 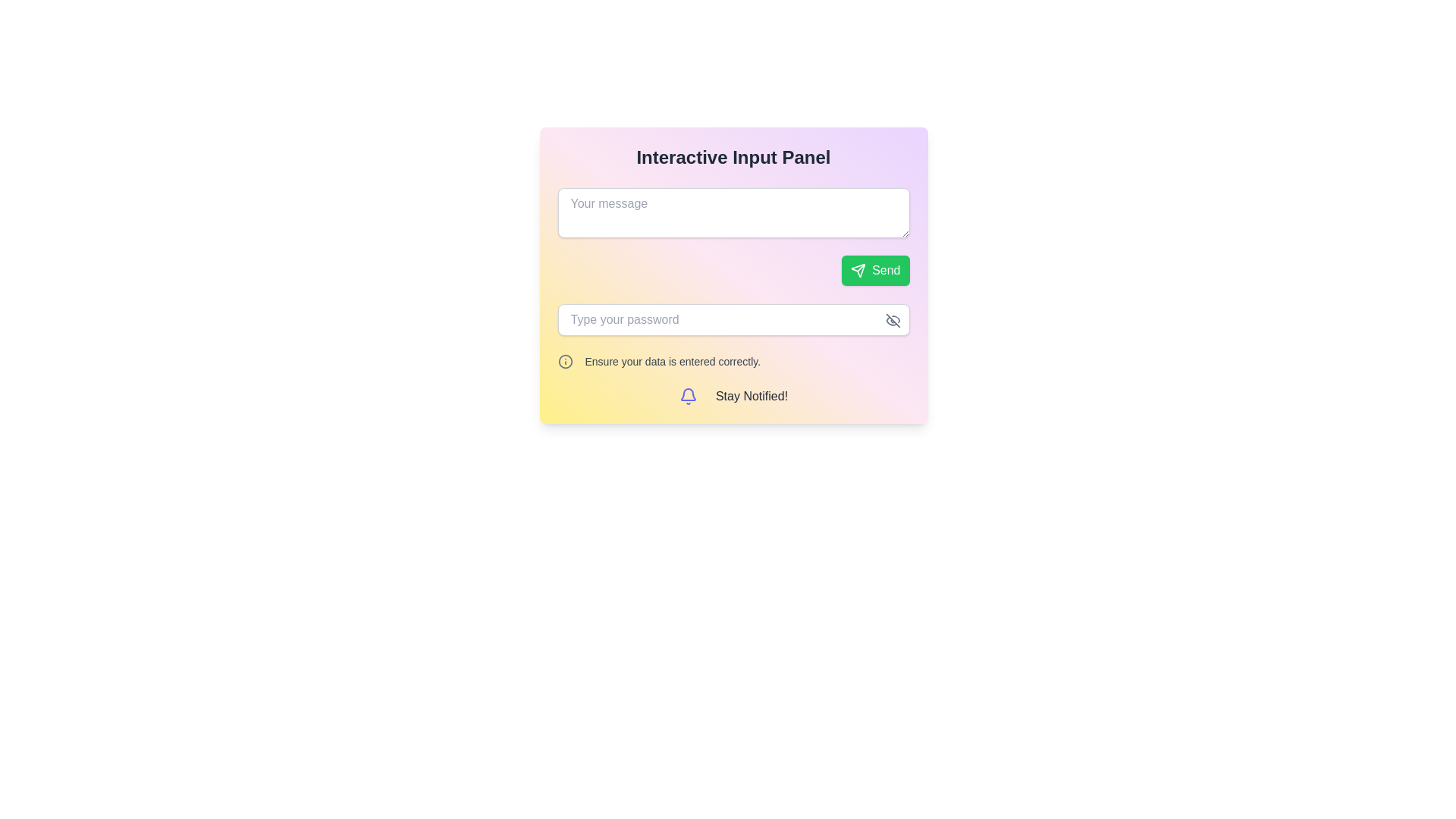 What do you see at coordinates (733, 362) in the screenshot?
I see `the informational message element that contains the icon and the text 'Ensure your data is entered correctly.'` at bounding box center [733, 362].